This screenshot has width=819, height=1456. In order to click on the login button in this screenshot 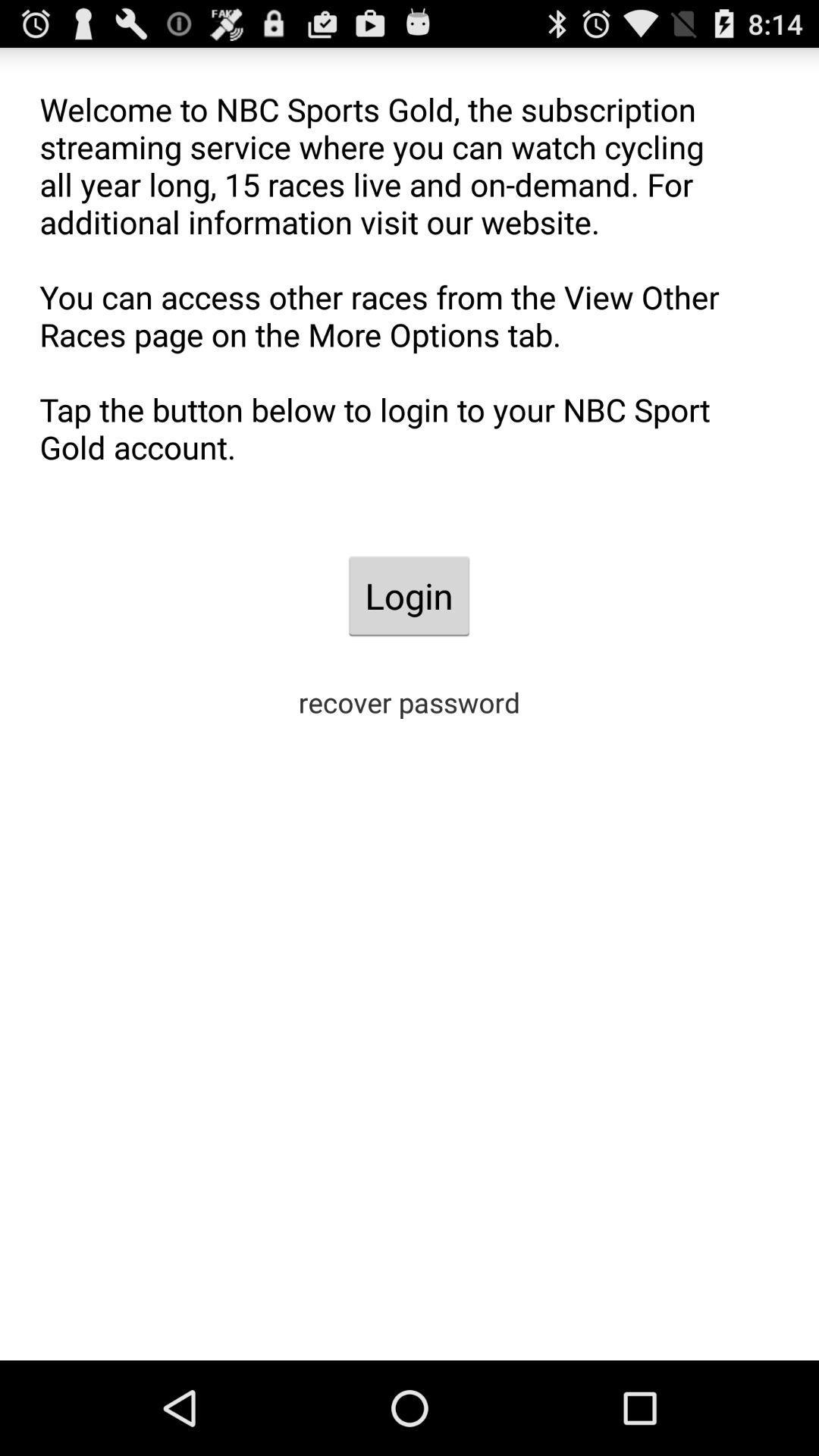, I will do `click(408, 595)`.